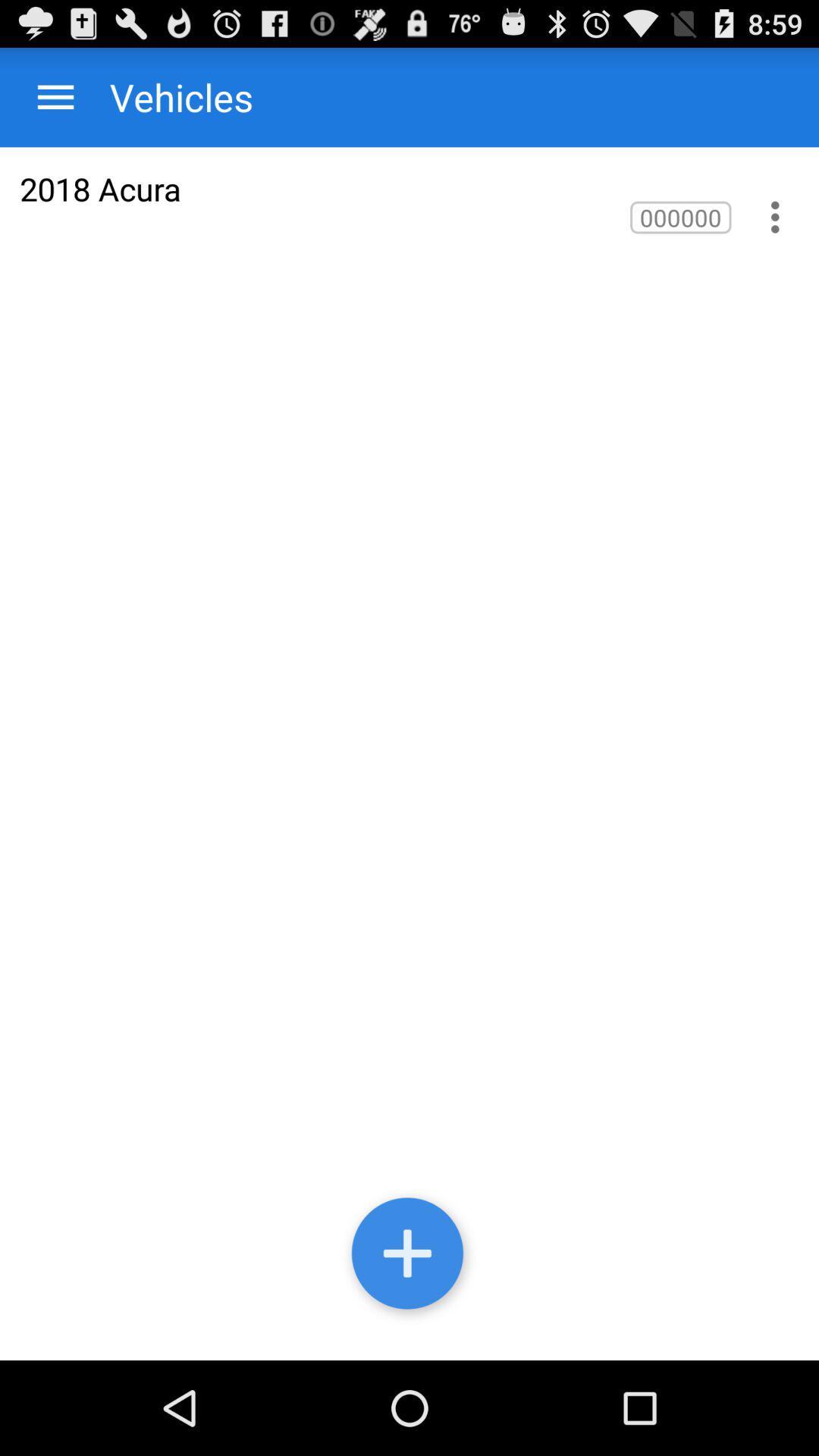 The image size is (819, 1456). What do you see at coordinates (775, 216) in the screenshot?
I see `options` at bounding box center [775, 216].